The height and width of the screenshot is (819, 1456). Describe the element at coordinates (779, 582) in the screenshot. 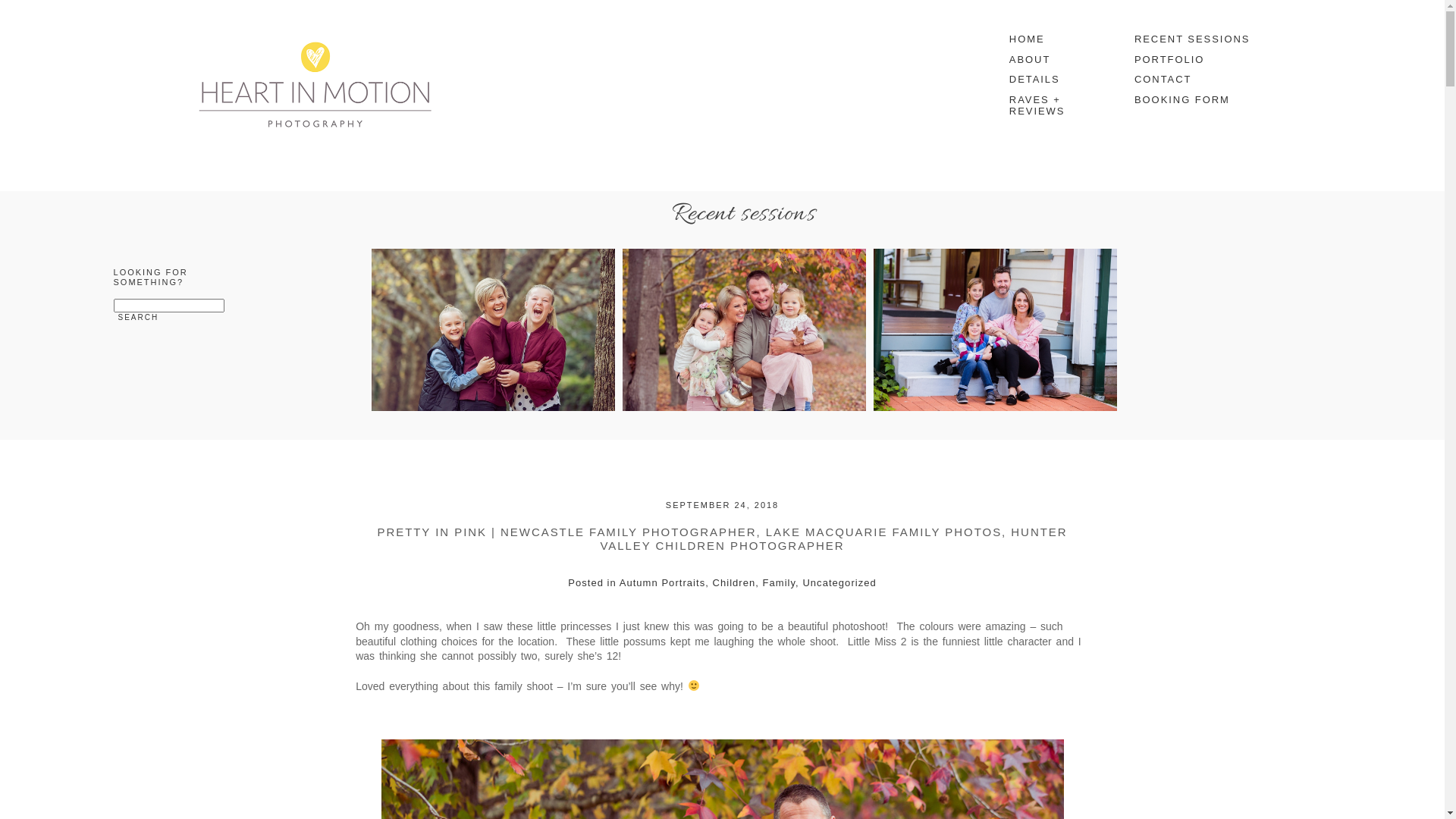

I see `'Family'` at that location.